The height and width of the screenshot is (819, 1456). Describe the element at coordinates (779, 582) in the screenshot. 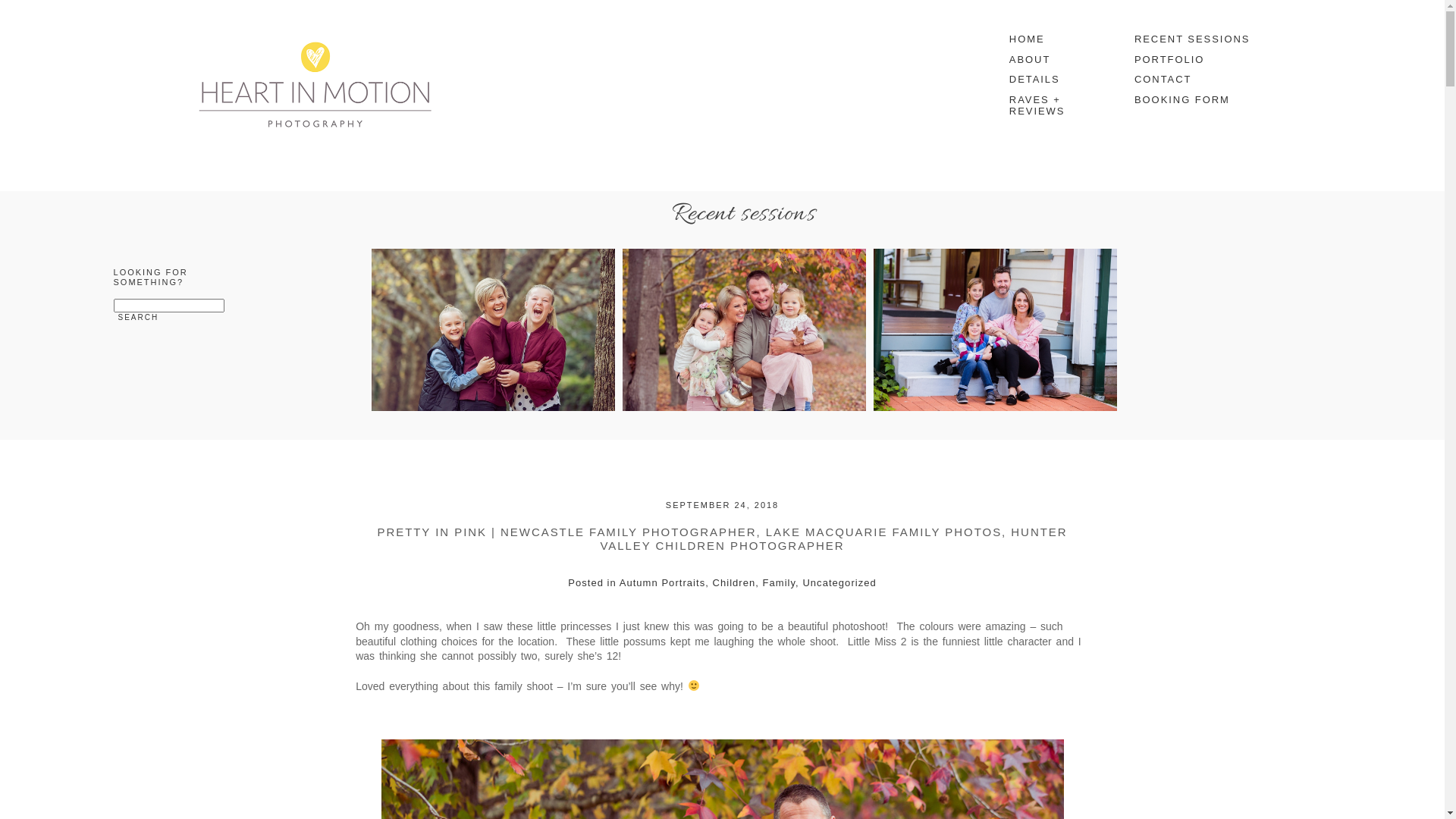

I see `'Family'` at that location.